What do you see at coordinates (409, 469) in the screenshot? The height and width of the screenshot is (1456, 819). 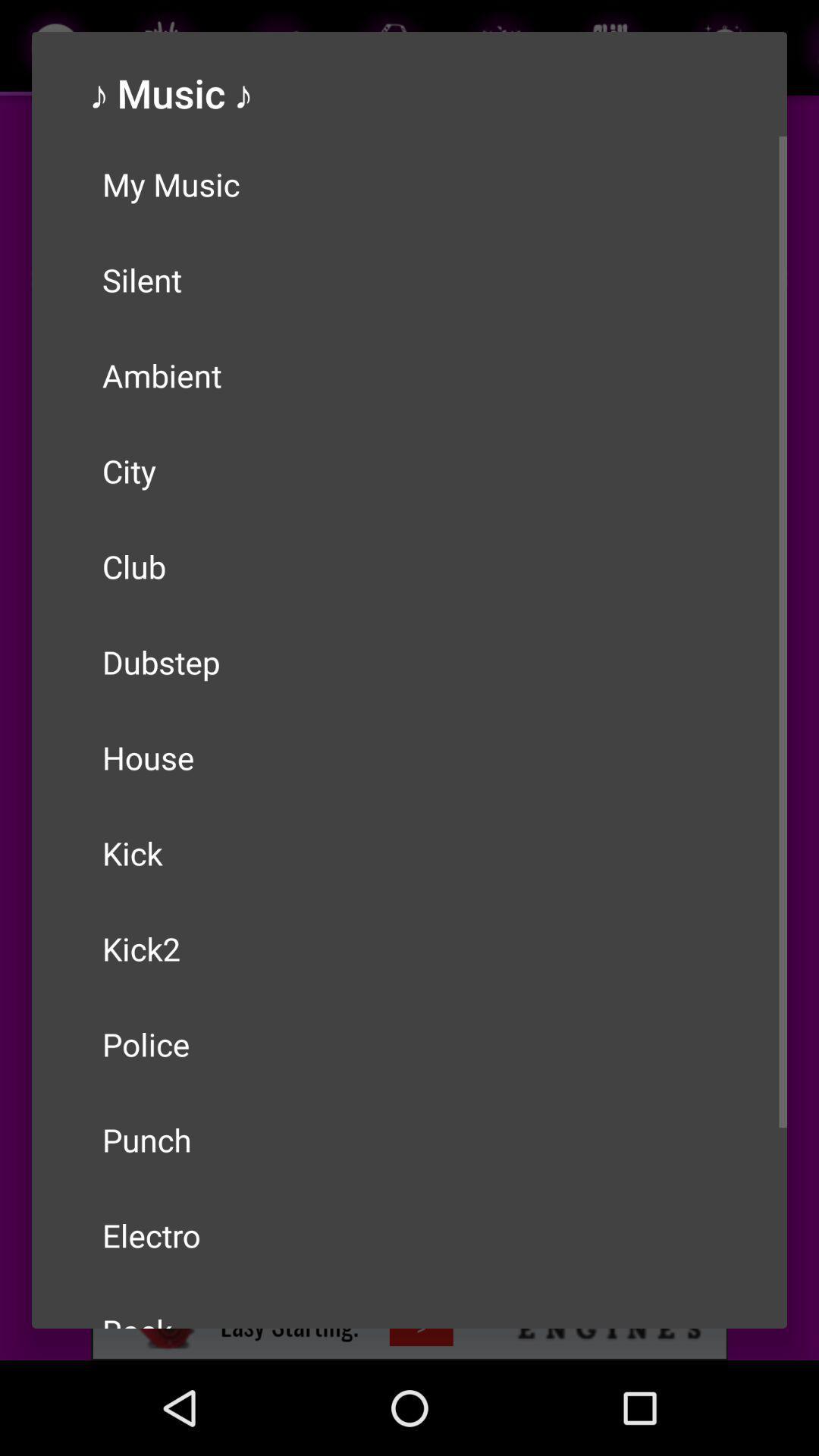 I see `the item below the 		ambient item` at bounding box center [409, 469].